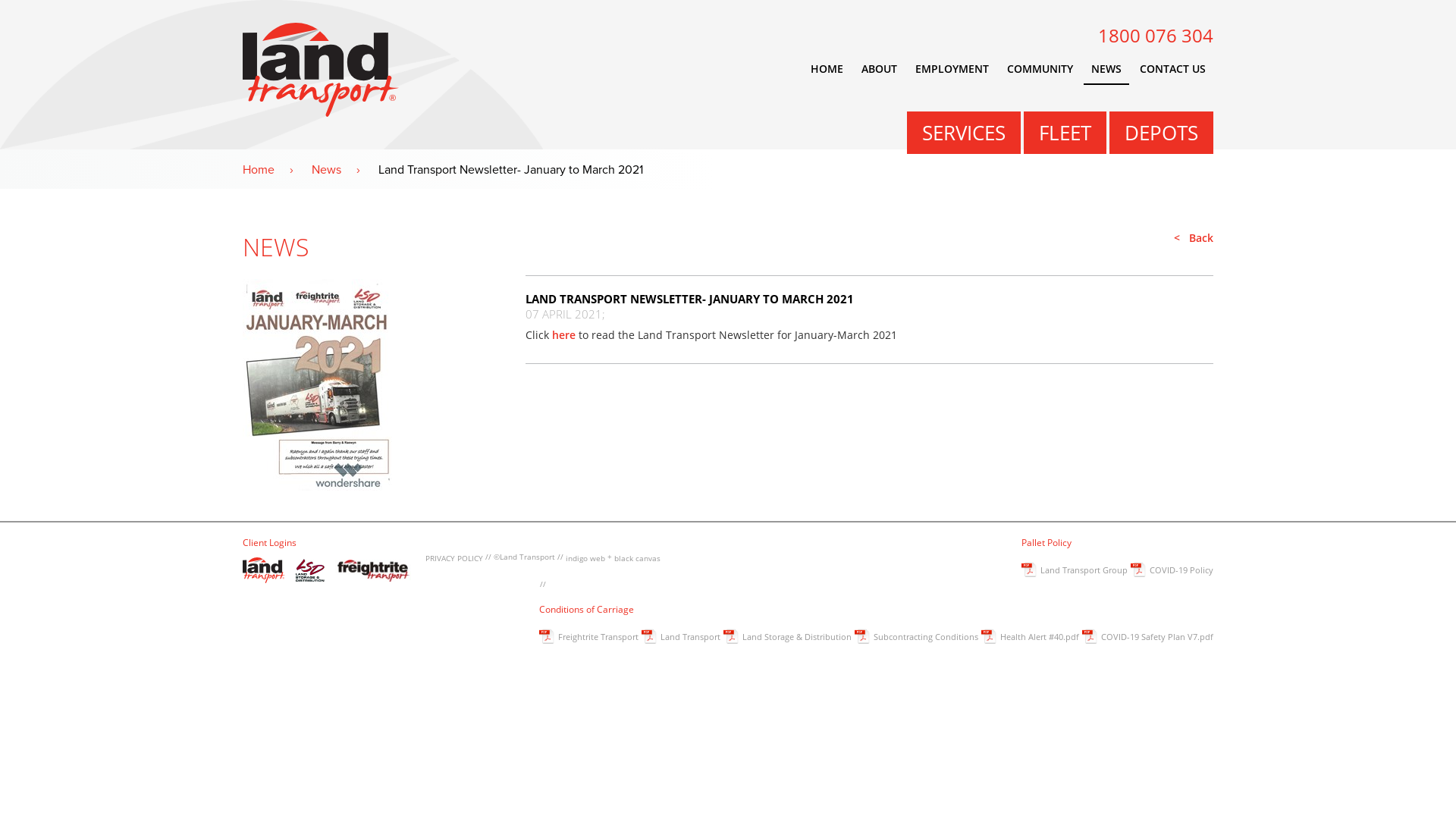 The height and width of the screenshot is (819, 1456). Describe the element at coordinates (826, 69) in the screenshot. I see `'HOME'` at that location.